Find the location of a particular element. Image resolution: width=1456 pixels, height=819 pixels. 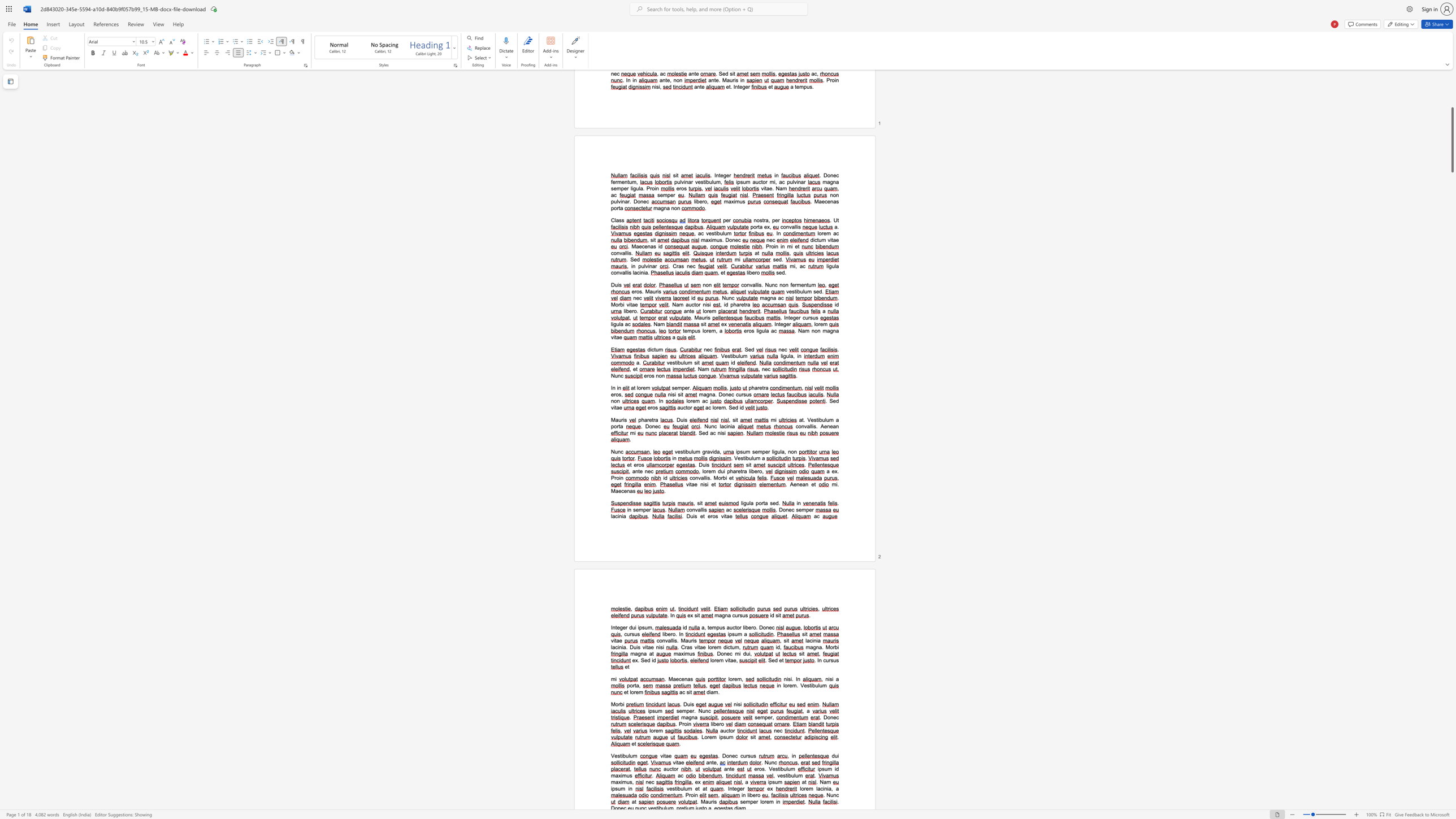

the 2th character "s" in the text is located at coordinates (837, 660).